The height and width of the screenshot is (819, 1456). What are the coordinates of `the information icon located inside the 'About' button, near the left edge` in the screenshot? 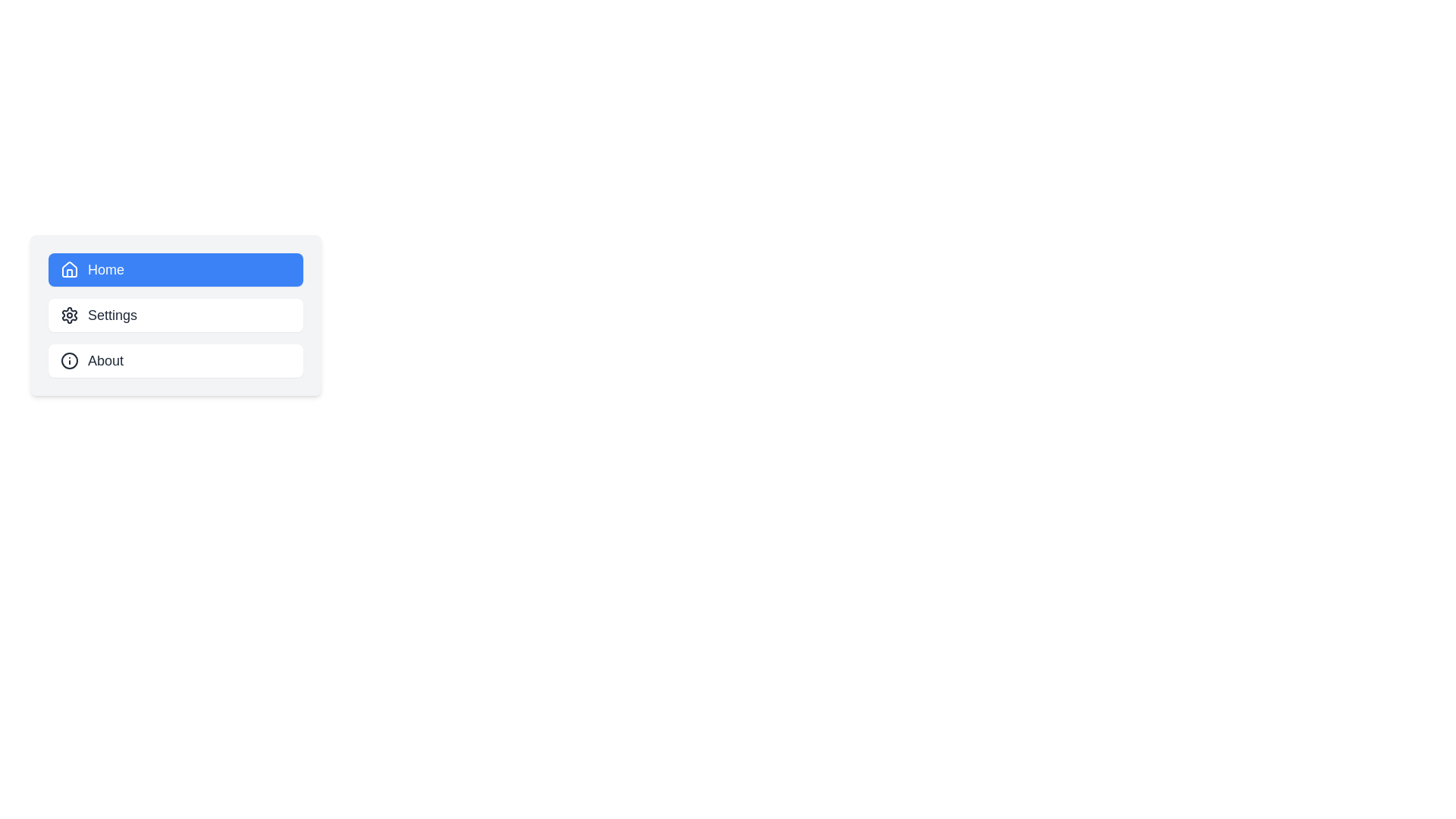 It's located at (68, 360).